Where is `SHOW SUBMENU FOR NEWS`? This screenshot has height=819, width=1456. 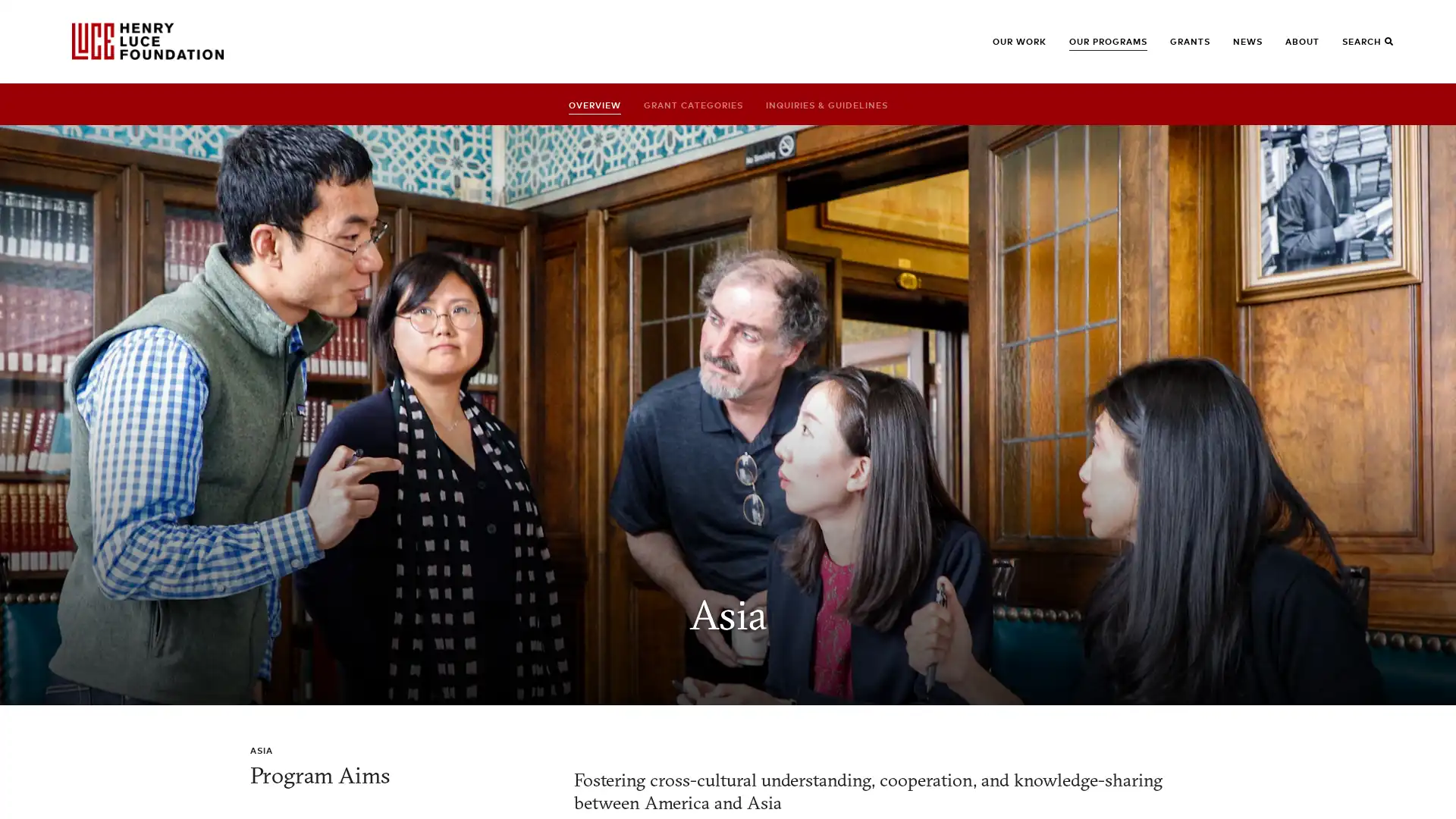 SHOW SUBMENU FOR NEWS is located at coordinates (1257, 48).